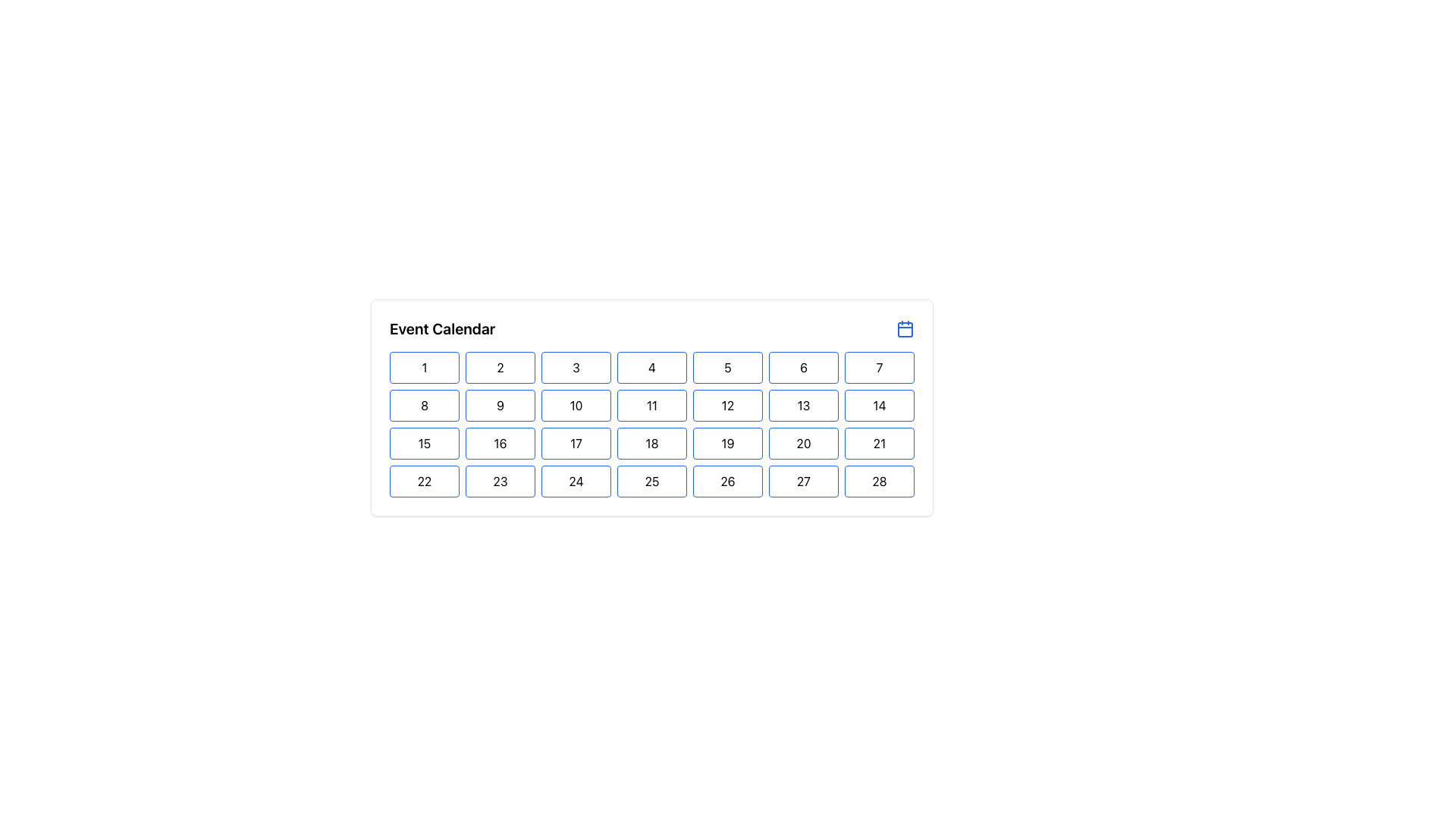 This screenshot has height=819, width=1456. Describe the element at coordinates (880, 482) in the screenshot. I see `the button displaying the number '28' with a thin blue border in the bottom-right corner of the calendar grid to trigger the hover effect` at that location.